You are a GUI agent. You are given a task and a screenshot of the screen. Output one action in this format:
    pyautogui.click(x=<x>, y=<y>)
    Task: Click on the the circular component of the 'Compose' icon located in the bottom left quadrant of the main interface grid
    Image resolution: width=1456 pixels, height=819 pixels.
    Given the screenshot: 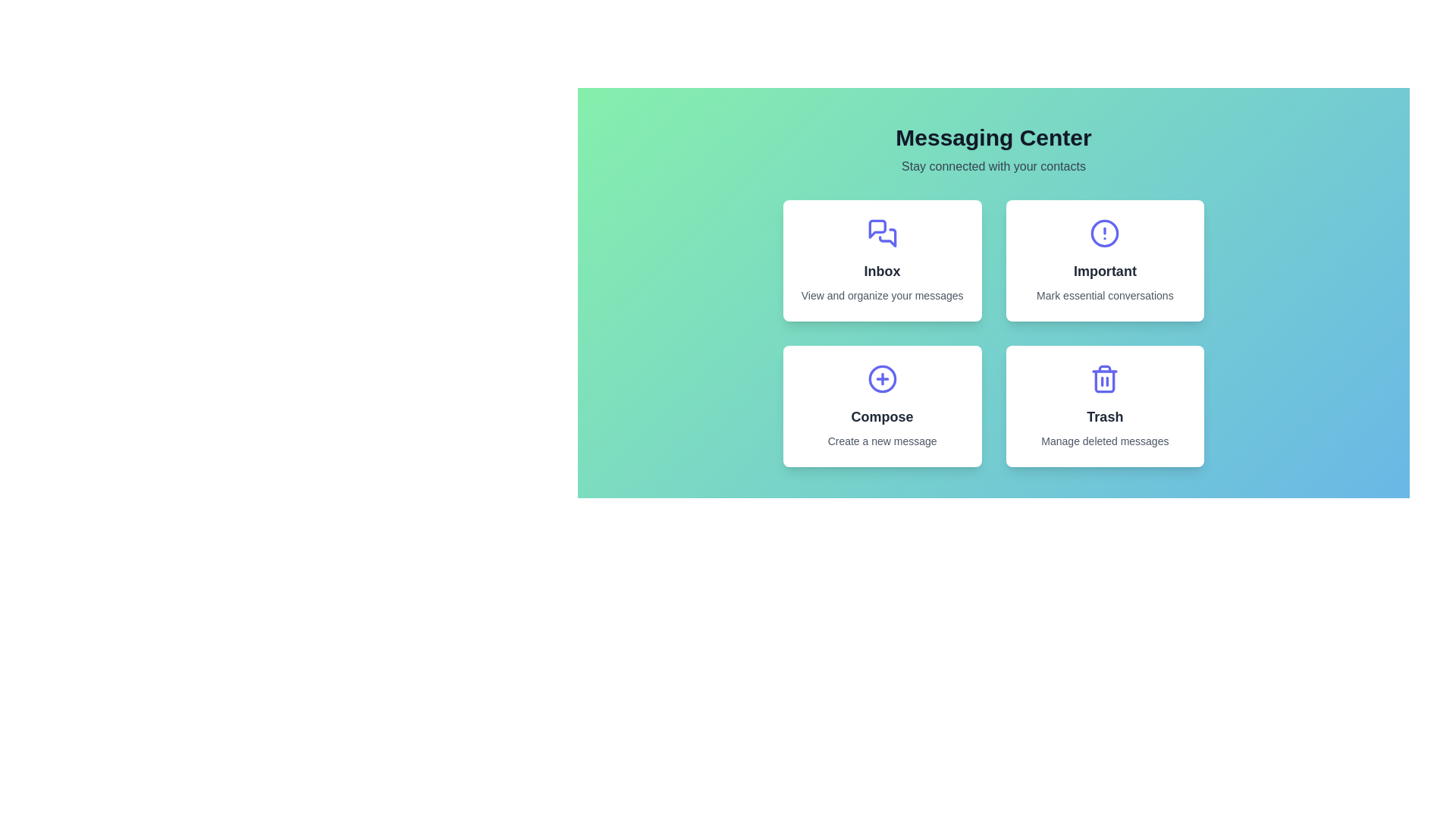 What is the action you would take?
    pyautogui.click(x=882, y=378)
    